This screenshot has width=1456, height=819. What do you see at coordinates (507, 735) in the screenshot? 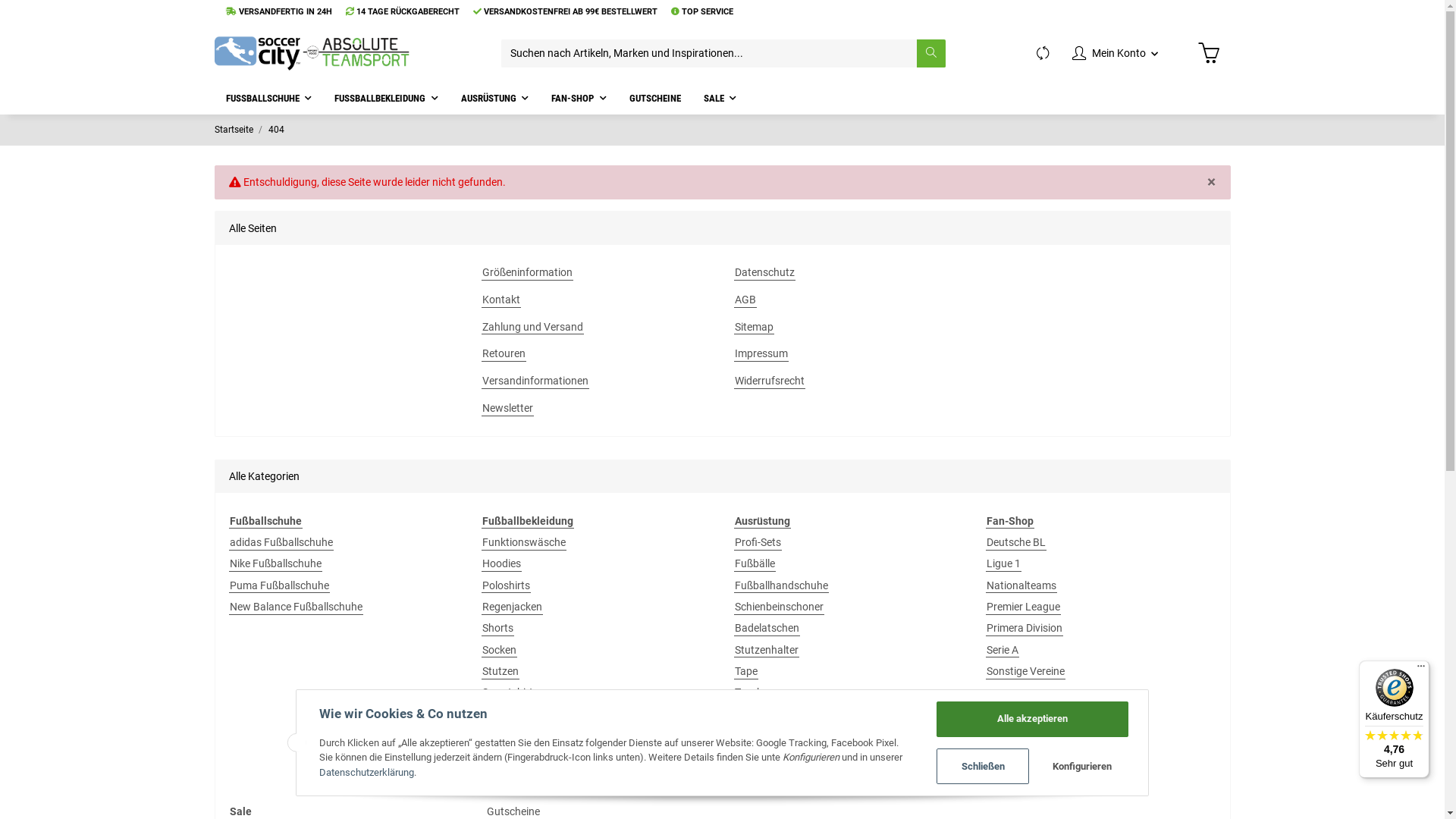
I see `'Teamsport'` at bounding box center [507, 735].